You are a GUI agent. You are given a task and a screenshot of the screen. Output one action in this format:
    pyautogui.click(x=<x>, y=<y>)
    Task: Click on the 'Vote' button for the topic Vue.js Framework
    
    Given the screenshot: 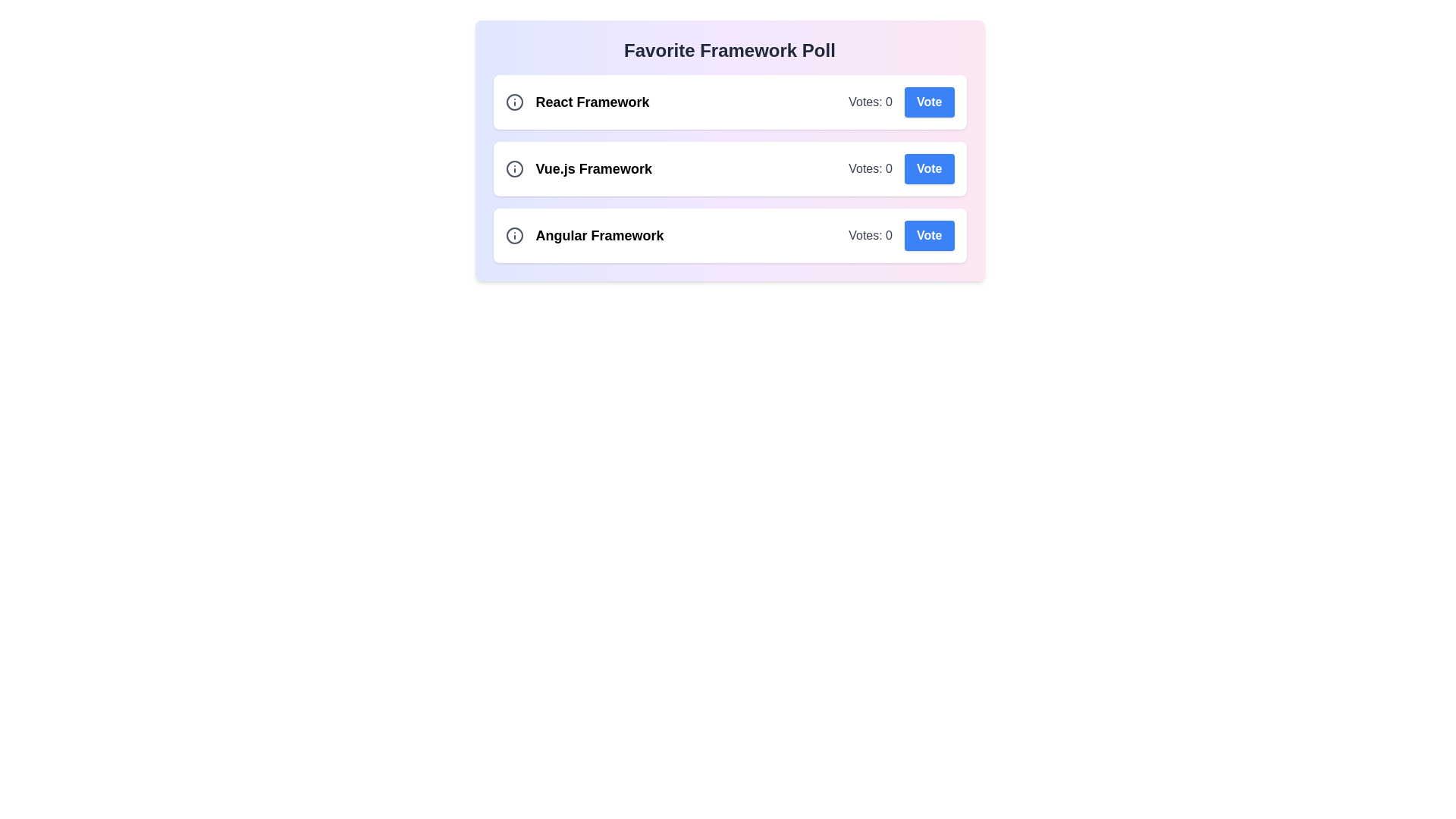 What is the action you would take?
    pyautogui.click(x=928, y=169)
    